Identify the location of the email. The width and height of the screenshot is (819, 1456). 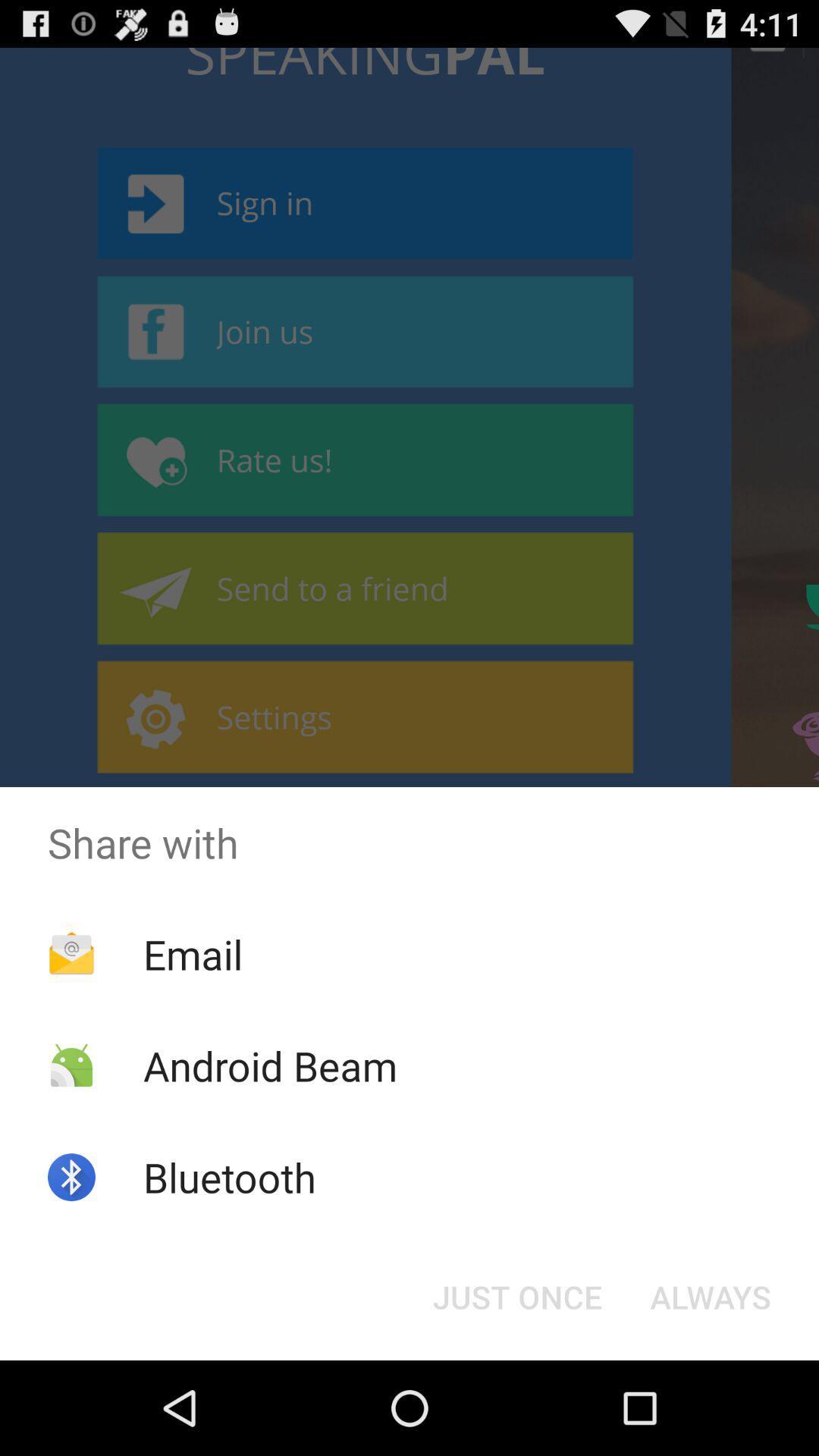
(192, 953).